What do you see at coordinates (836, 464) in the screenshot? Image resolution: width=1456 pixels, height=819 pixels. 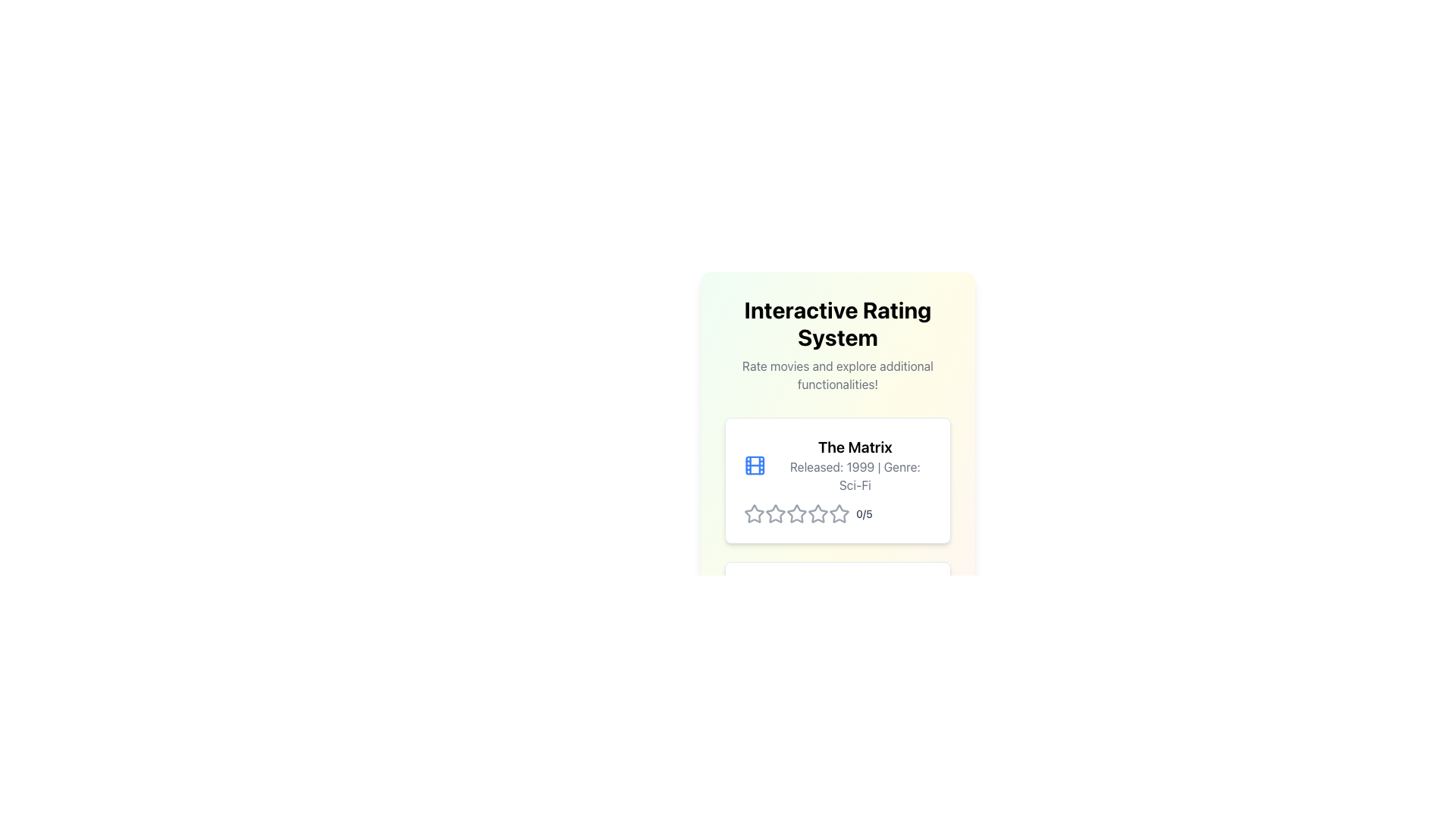 I see `movie's title and details displayed on the informational label located at the center of the card, above the rating stars layout` at bounding box center [836, 464].